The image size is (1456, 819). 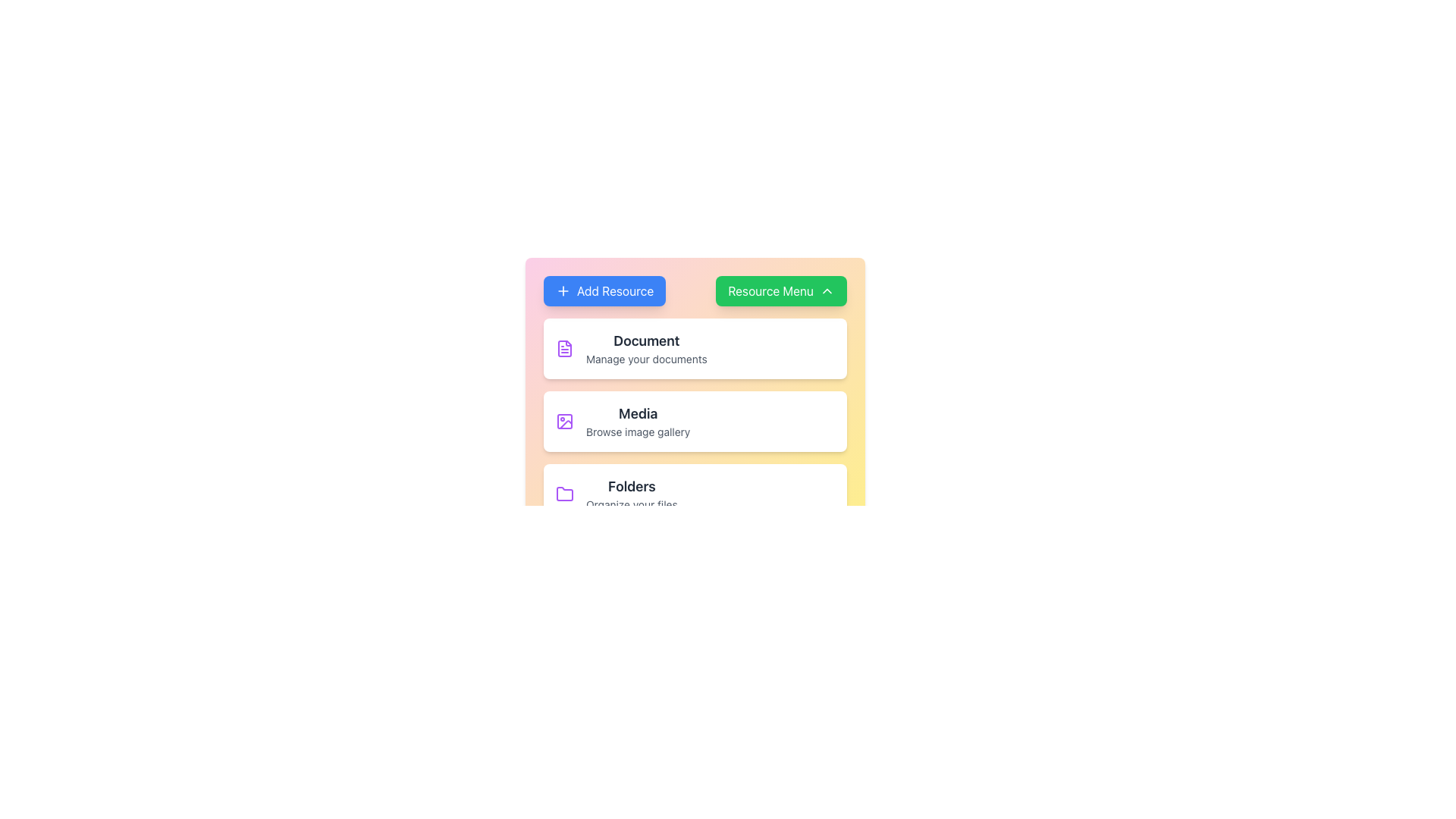 I want to click on the 'Media' text element, which consists of a large bold title and a smaller subtitle, so click(x=638, y=421).